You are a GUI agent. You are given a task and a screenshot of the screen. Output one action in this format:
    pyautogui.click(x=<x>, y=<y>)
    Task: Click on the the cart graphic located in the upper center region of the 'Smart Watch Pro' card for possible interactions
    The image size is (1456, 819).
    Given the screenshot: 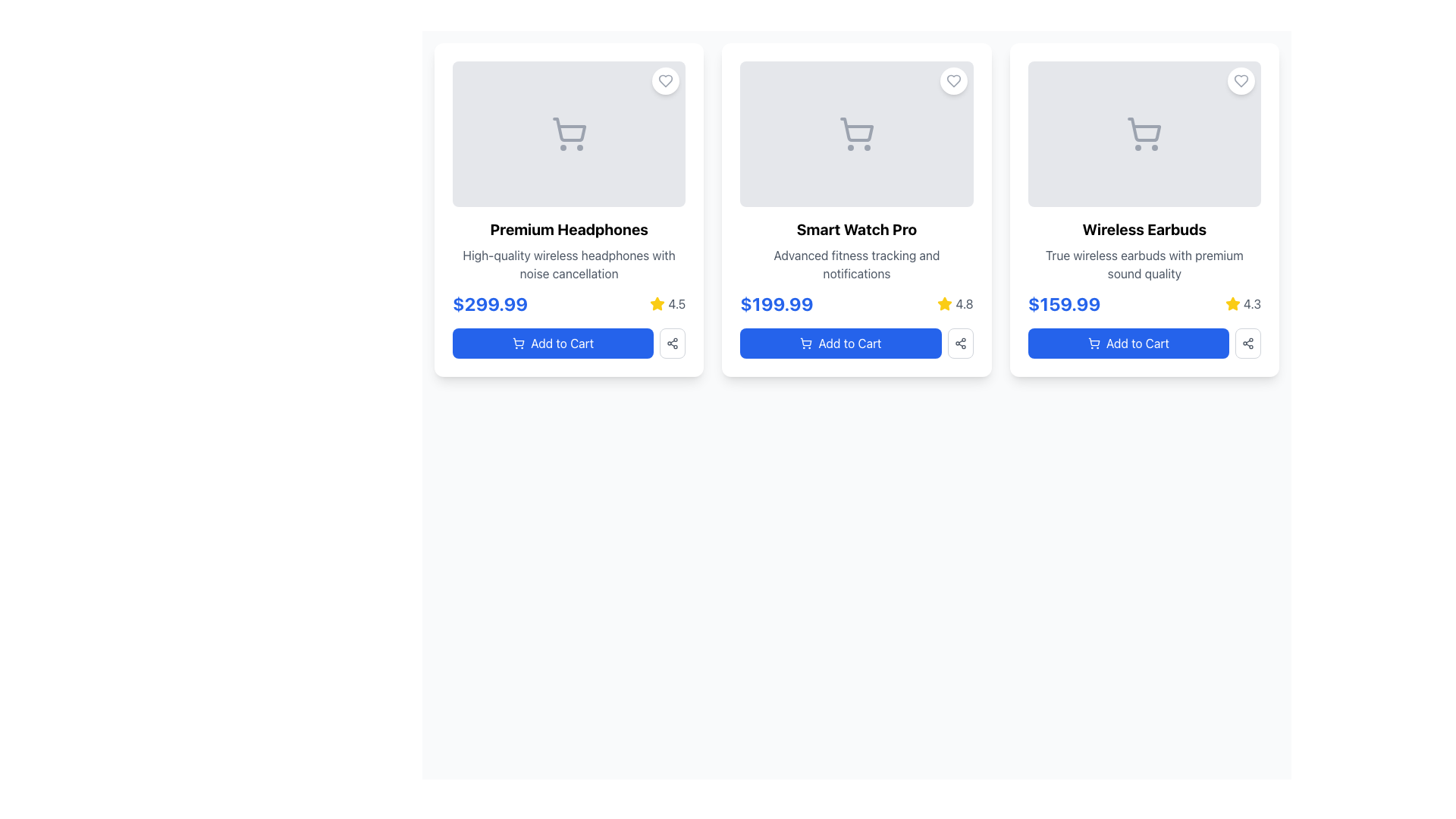 What is the action you would take?
    pyautogui.click(x=857, y=129)
    